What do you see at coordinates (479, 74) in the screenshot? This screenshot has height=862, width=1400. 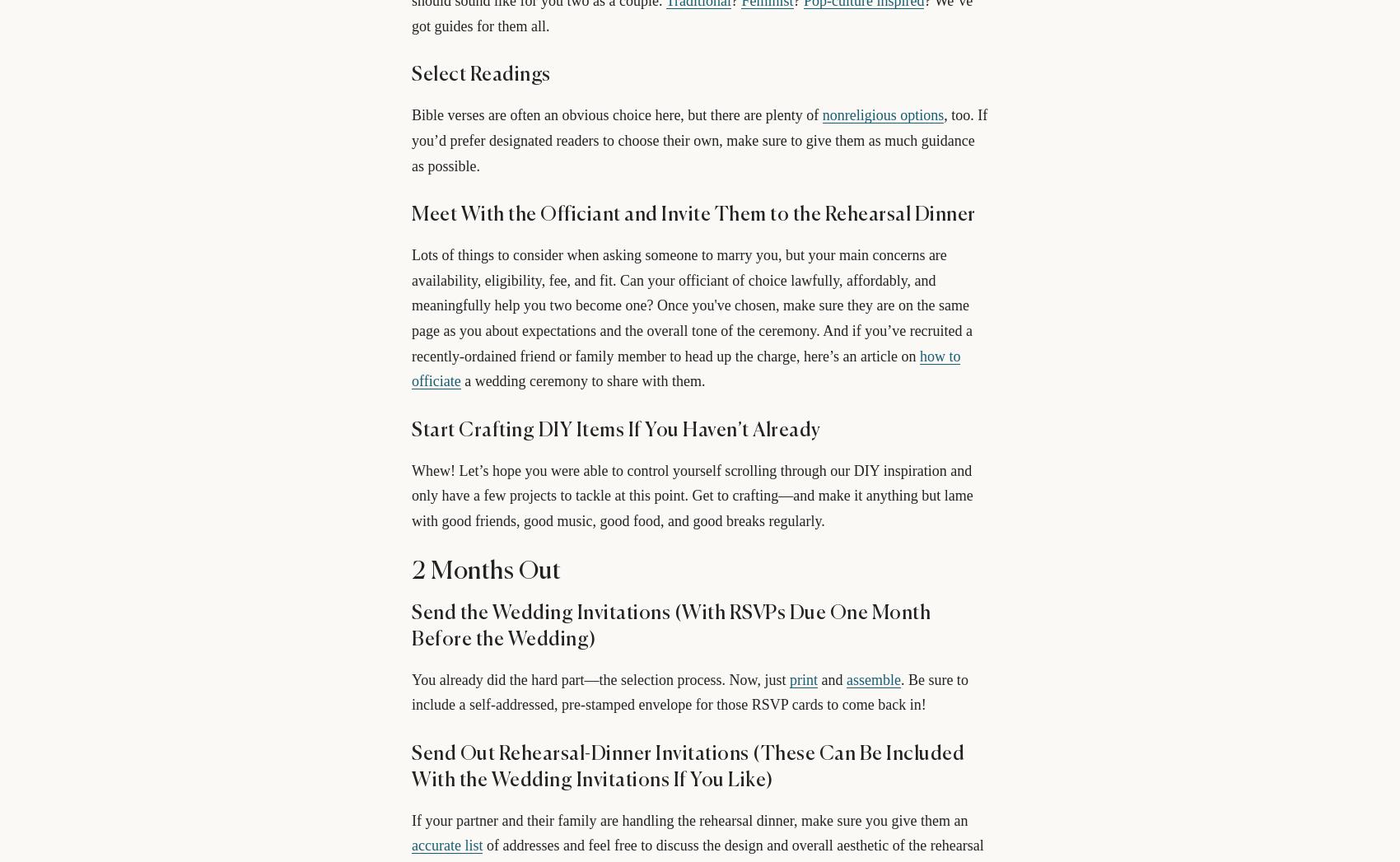 I see `'Select Readings'` at bounding box center [479, 74].